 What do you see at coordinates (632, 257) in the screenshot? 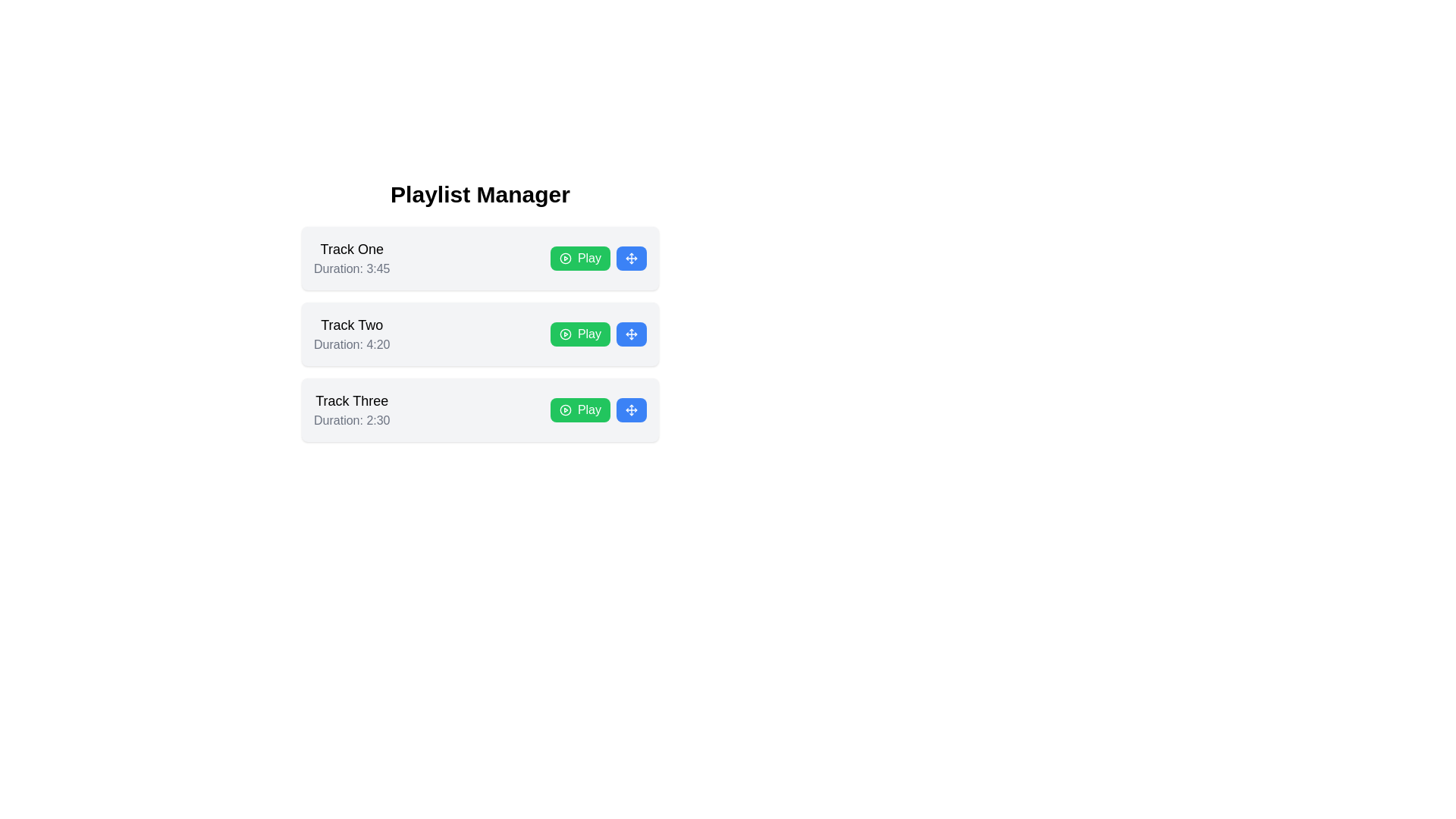
I see `the Drag Handle Icon, which is a move icon with four outward-pointing arrows within a blue circular button, located to the right of the green Play button in the first track card of the Playlist Manager` at bounding box center [632, 257].